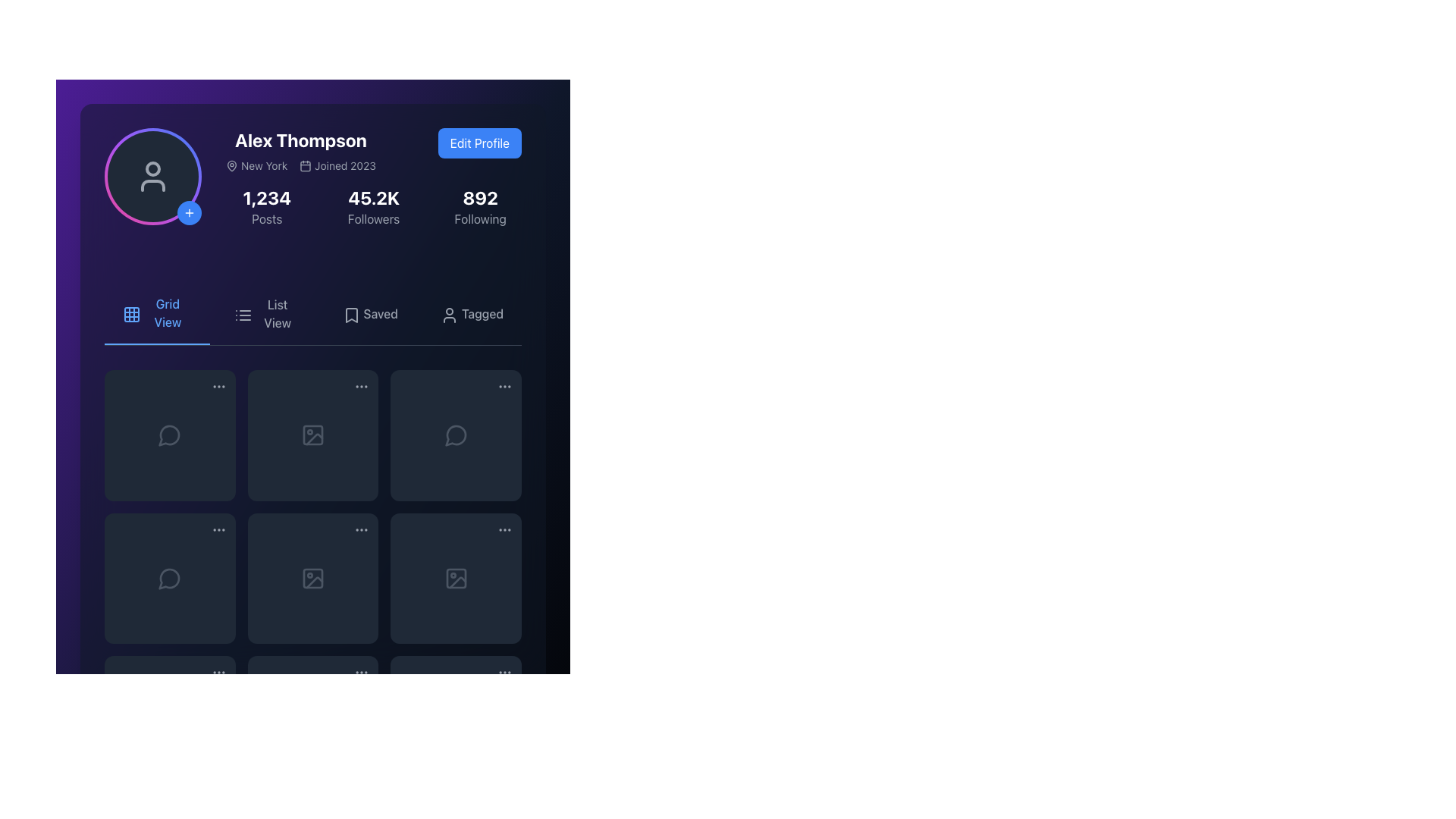 Image resolution: width=1456 pixels, height=819 pixels. I want to click on the speech bubble icon located in the bottom-left cell of the icon grid, so click(169, 579).